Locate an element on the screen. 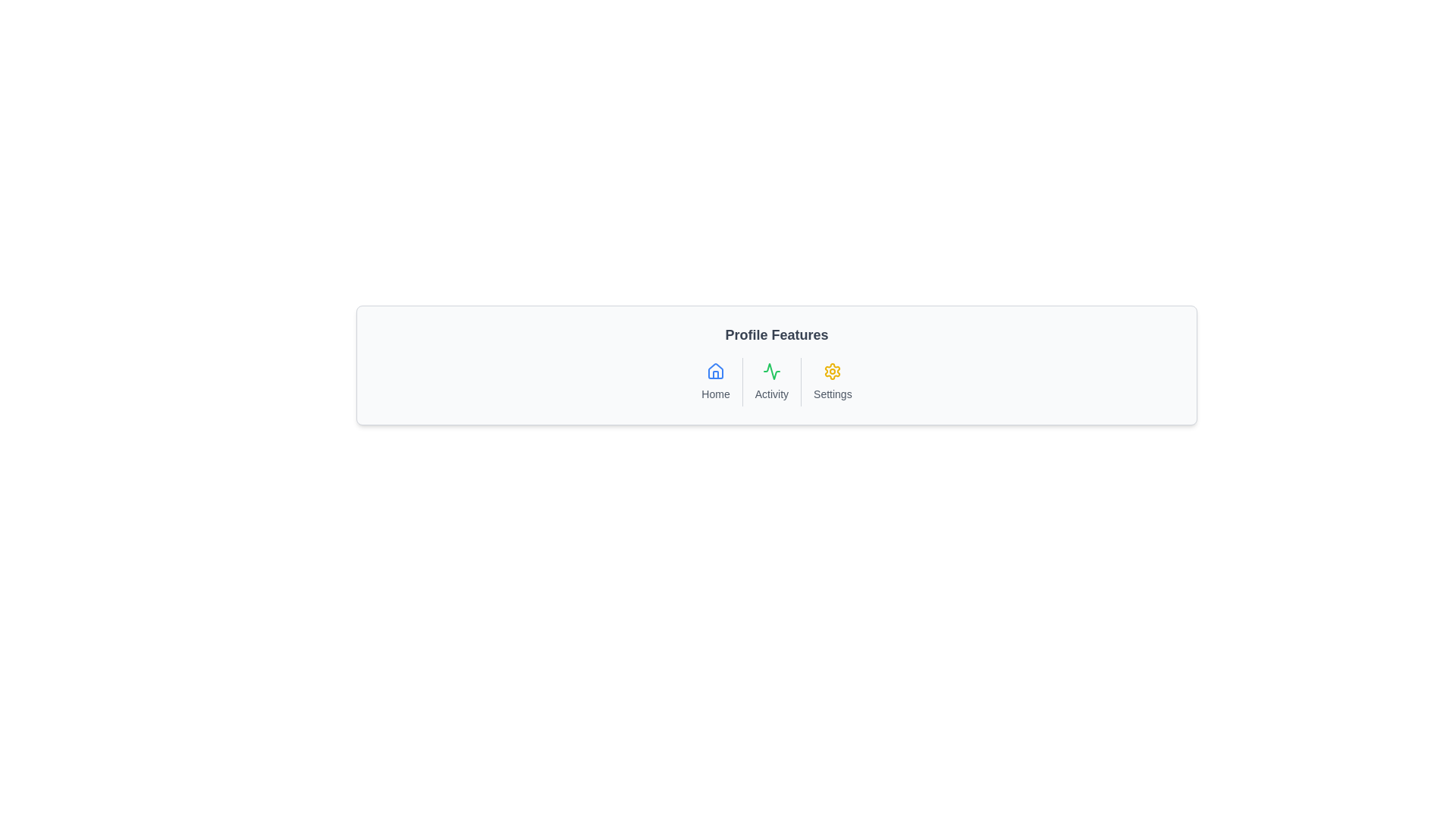 The height and width of the screenshot is (819, 1456). the 'Home' navigation icon, which is the first of three options in the horizontal navigation layout is located at coordinates (715, 371).